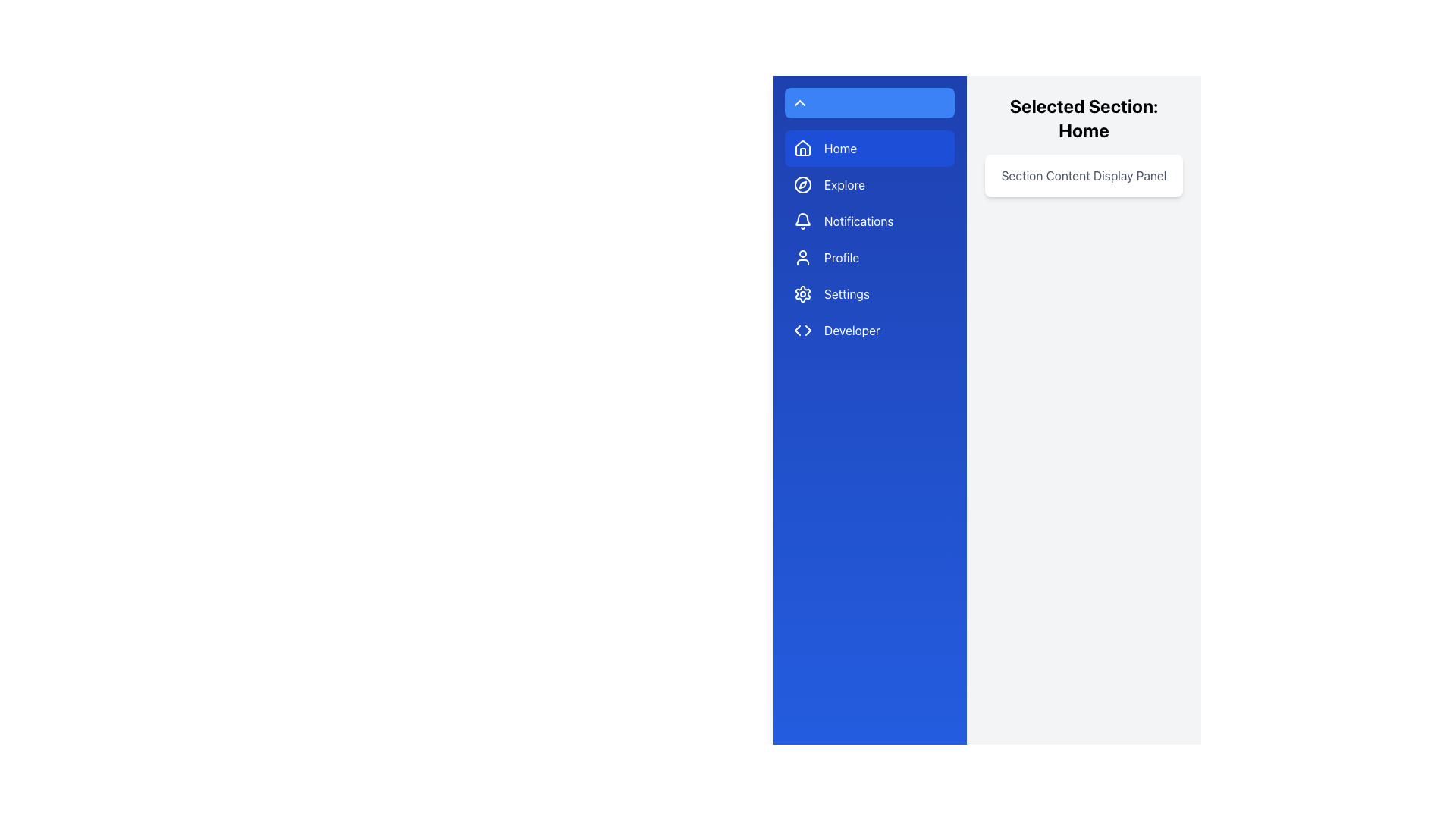 The image size is (1456, 819). I want to click on the blue rectangular button labeled 'Developer' with code brackets (<>), so click(870, 329).